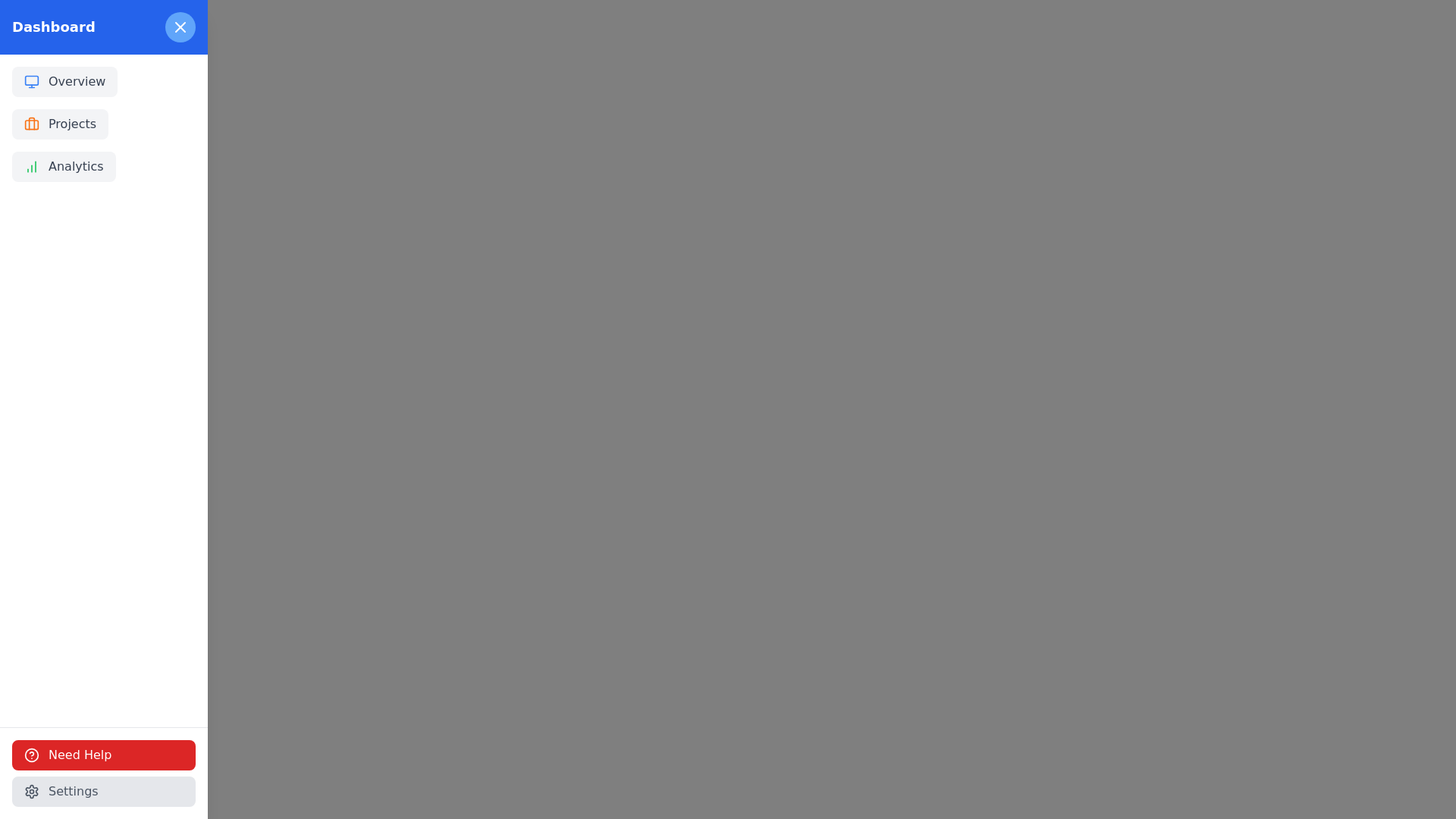 This screenshot has height=819, width=1456. Describe the element at coordinates (60, 124) in the screenshot. I see `the 'Projects' button, which is the second button in a vertical list, located below the 'Overview' button and above the 'Analytics' button` at that location.